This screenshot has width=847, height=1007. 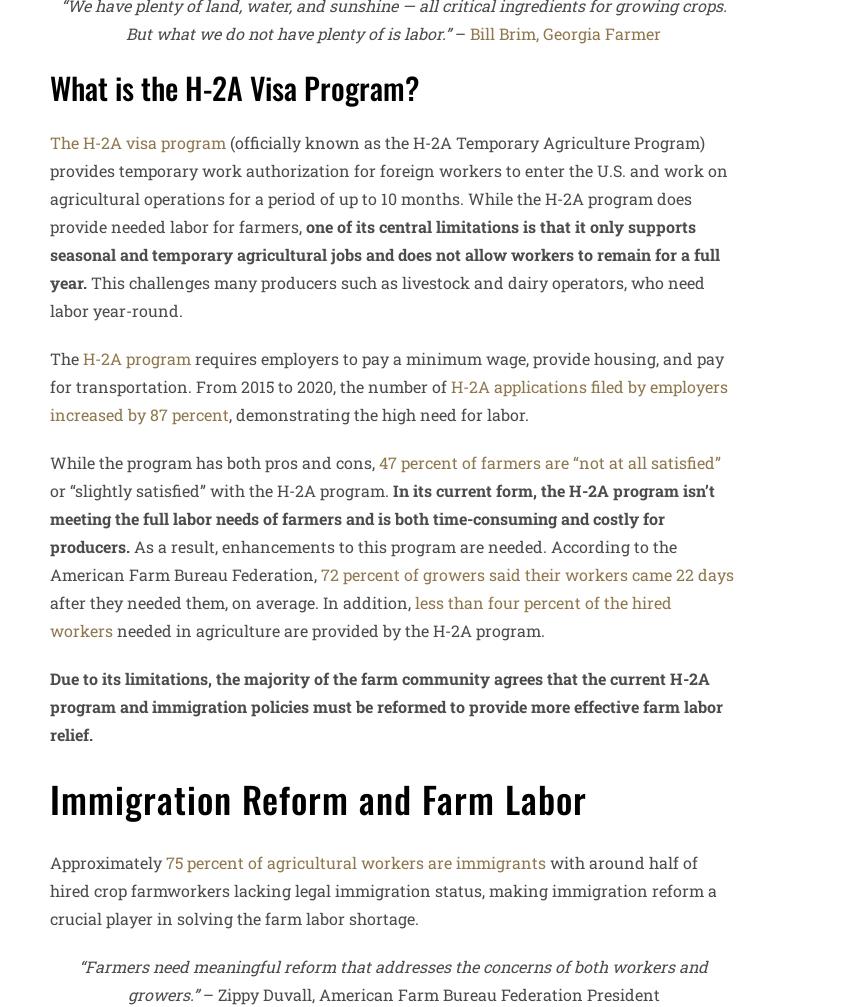 I want to click on 'after they needed them, on average. In addition,', so click(x=232, y=600).